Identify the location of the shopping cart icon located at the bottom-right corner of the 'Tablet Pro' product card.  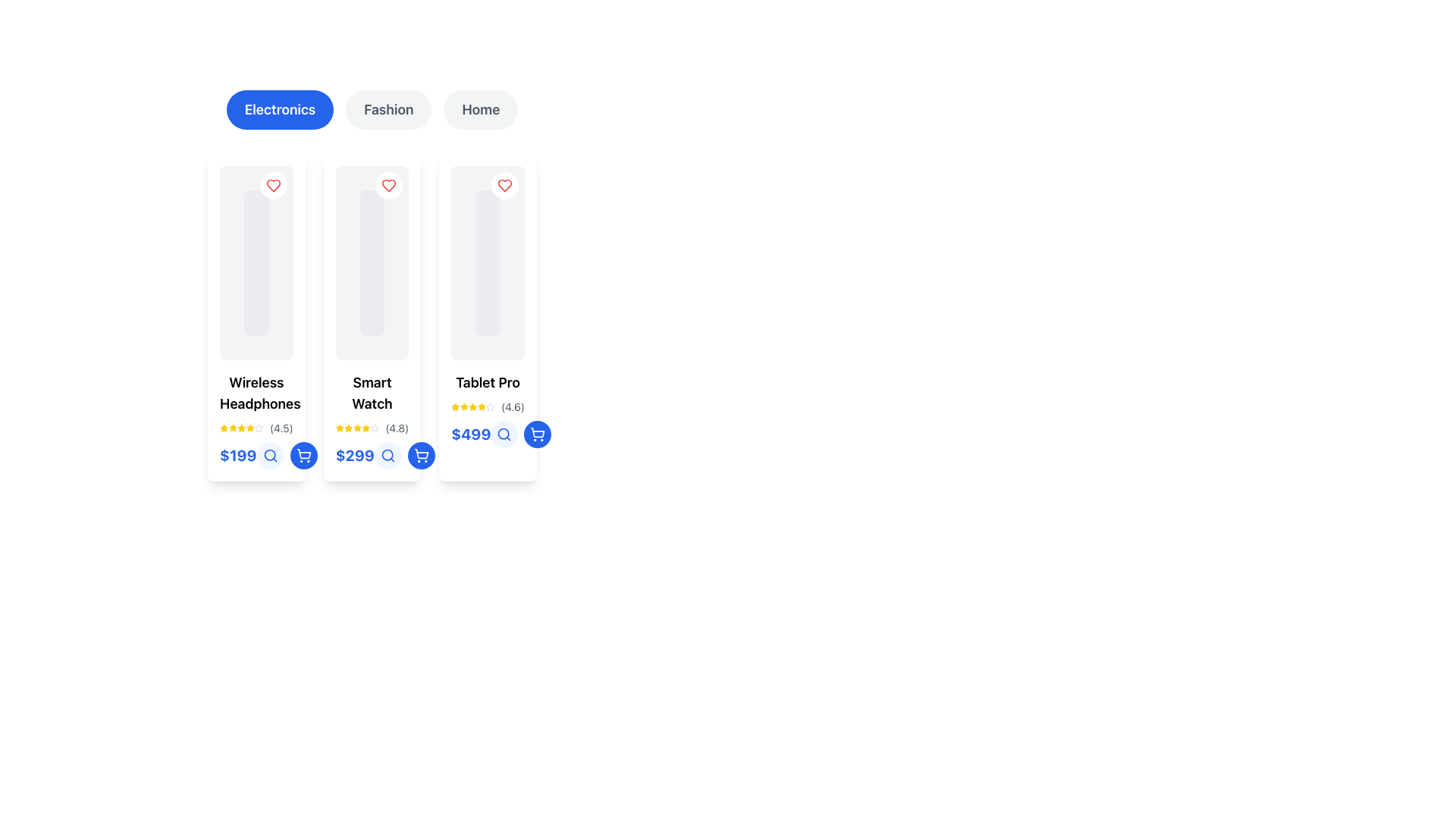
(303, 453).